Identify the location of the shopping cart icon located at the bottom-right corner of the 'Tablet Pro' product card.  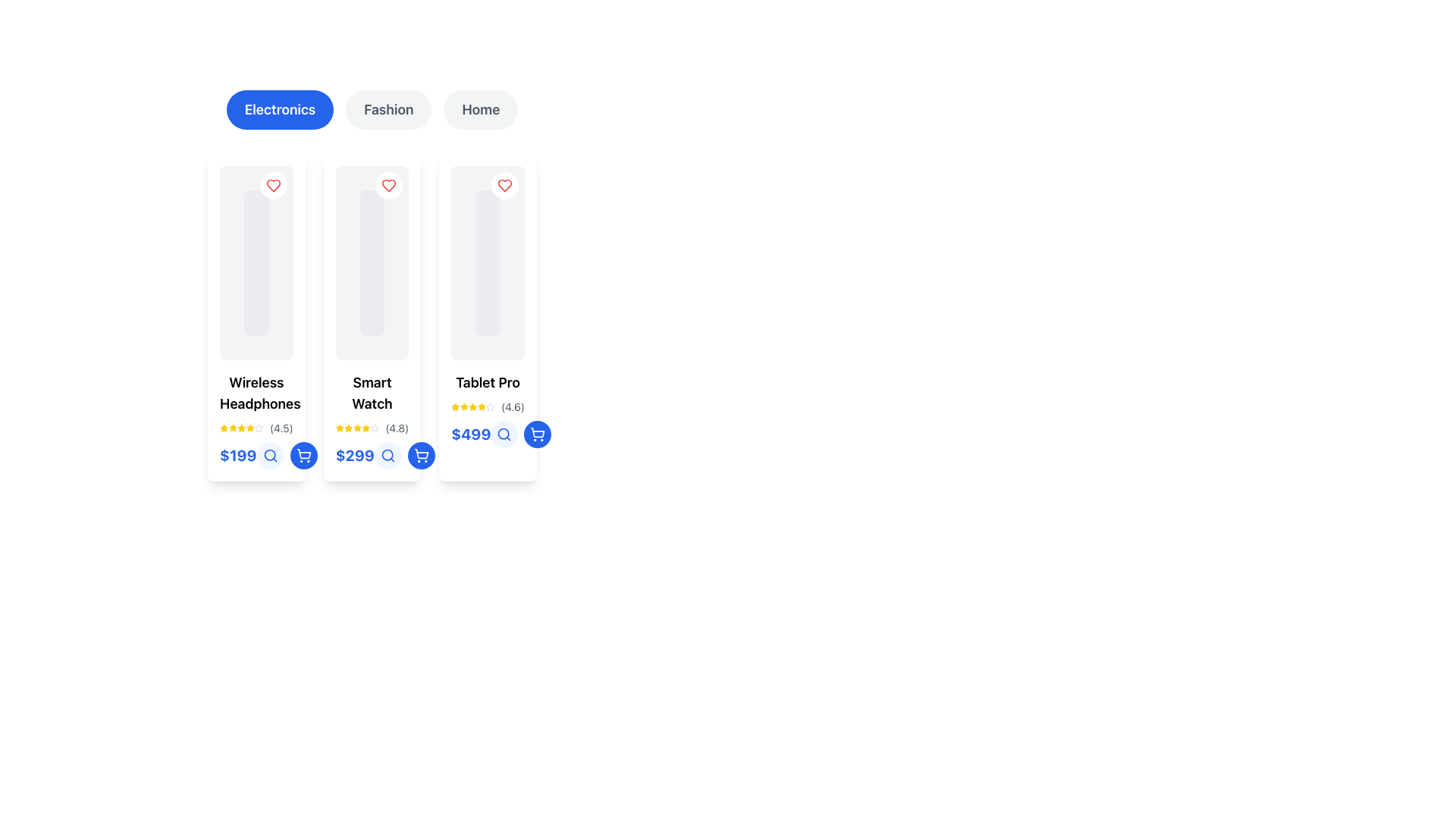
(303, 453).